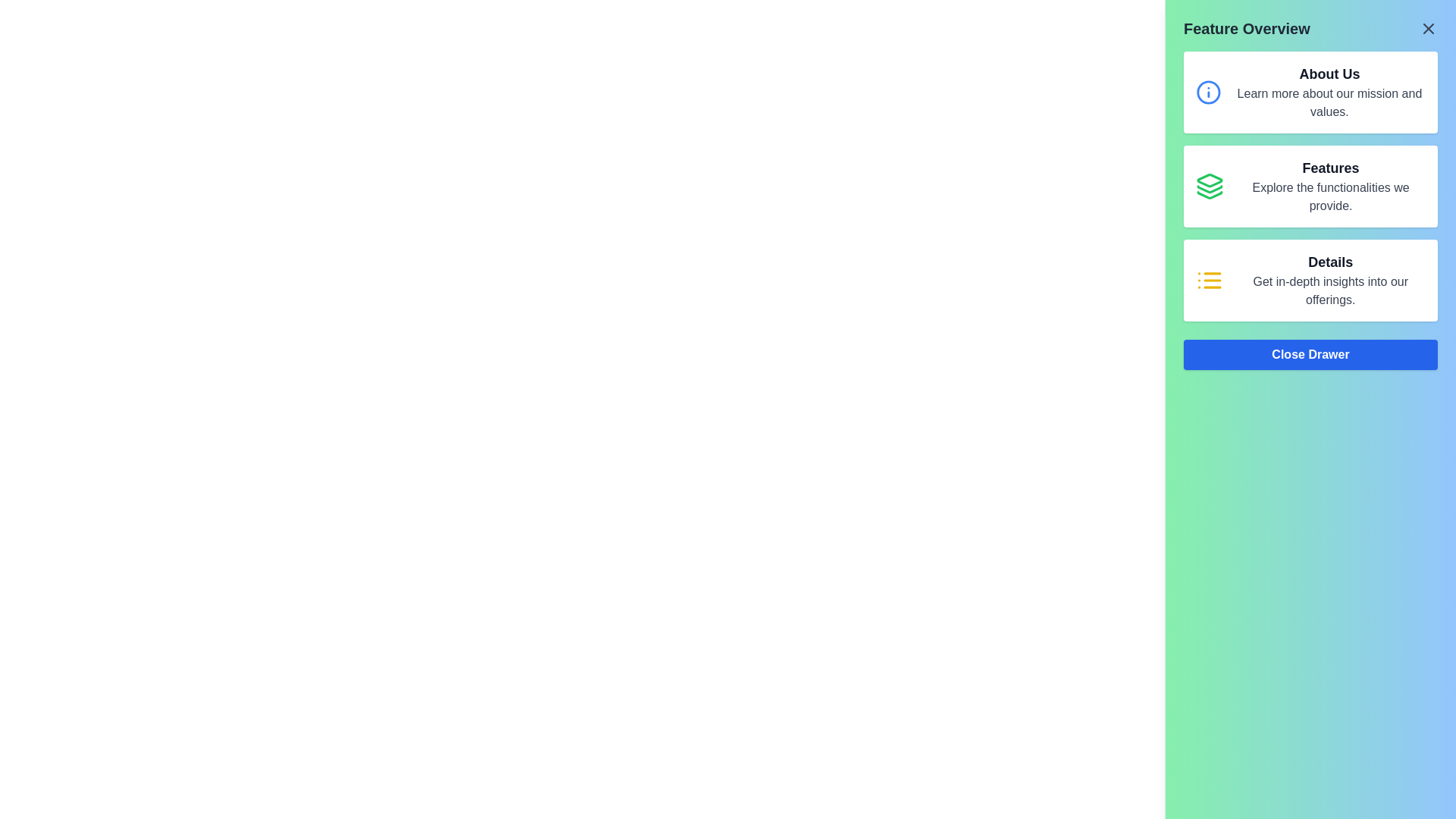  What do you see at coordinates (1310, 93) in the screenshot?
I see `information presented in the Informational card, which is the first item in the vertical list of three sections in the 'Feature Overview' drawer` at bounding box center [1310, 93].